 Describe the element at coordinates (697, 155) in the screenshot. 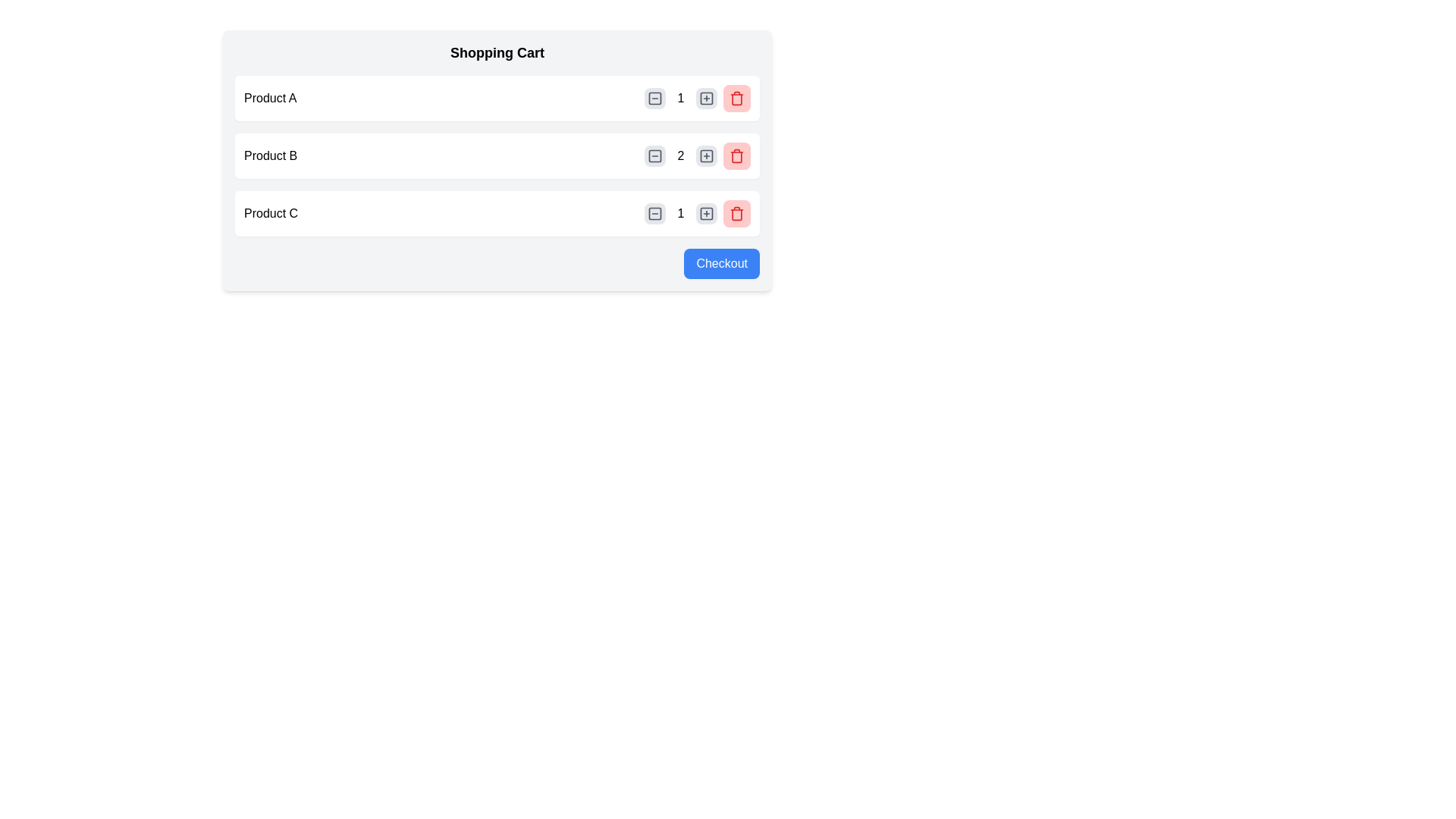

I see `the static text label displaying the quantity of 'Product B' in the shopping cart, which is centrally positioned between the decrement button and the increment button` at that location.